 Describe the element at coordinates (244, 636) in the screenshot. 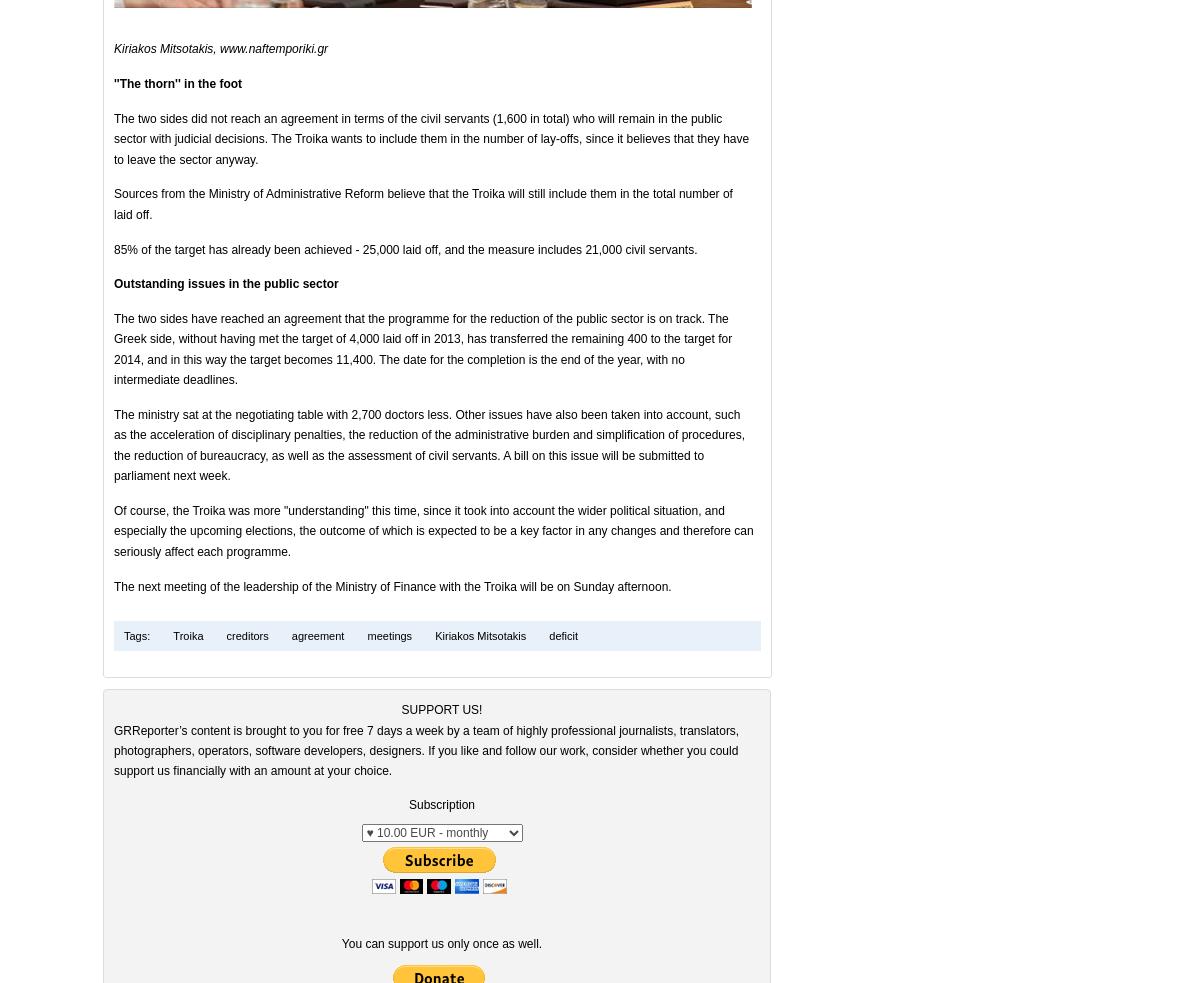

I see `'creditors'` at that location.